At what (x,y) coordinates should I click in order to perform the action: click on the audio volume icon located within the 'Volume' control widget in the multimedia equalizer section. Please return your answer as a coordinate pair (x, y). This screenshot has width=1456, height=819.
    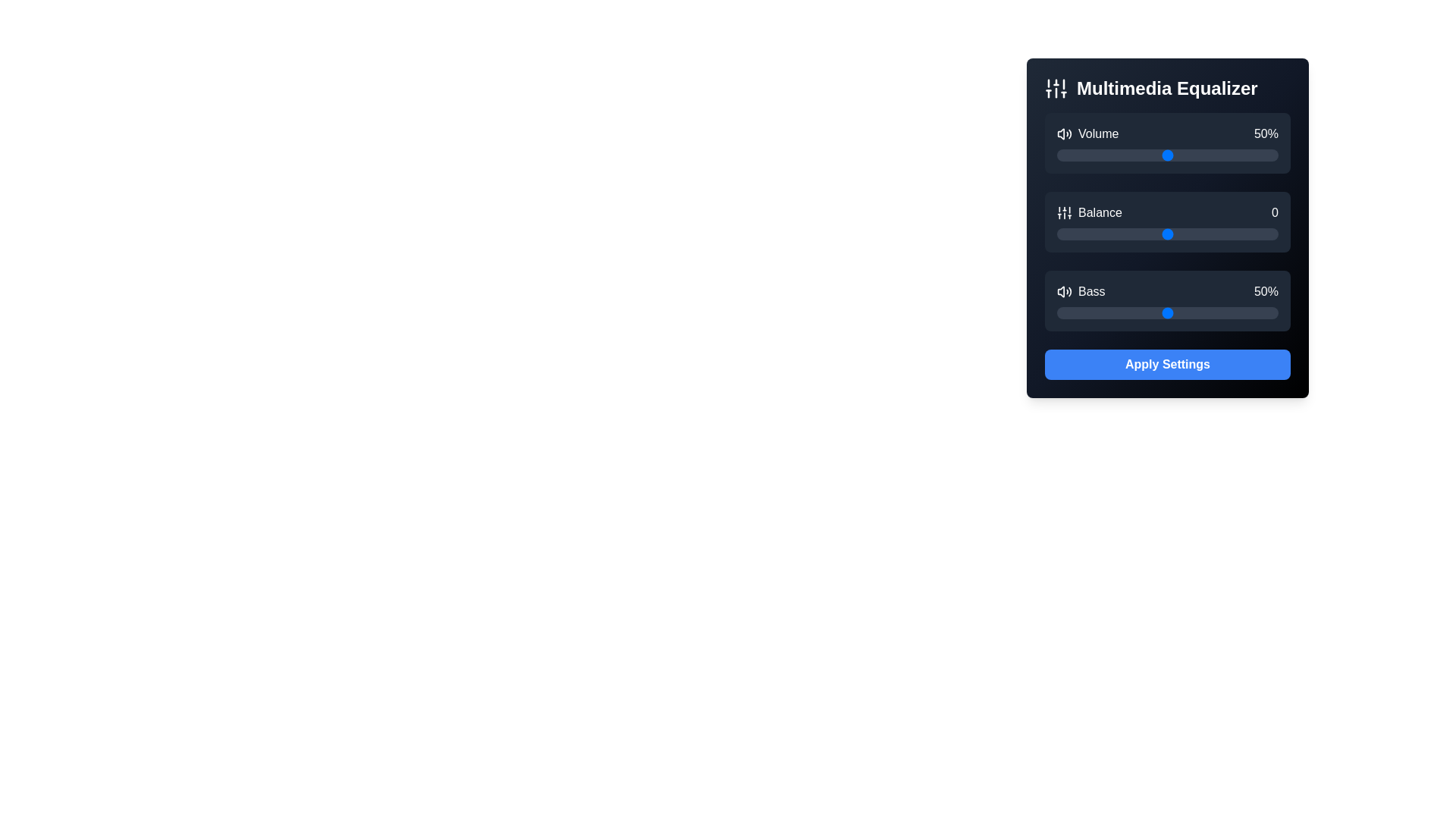
    Looking at the image, I should click on (1060, 133).